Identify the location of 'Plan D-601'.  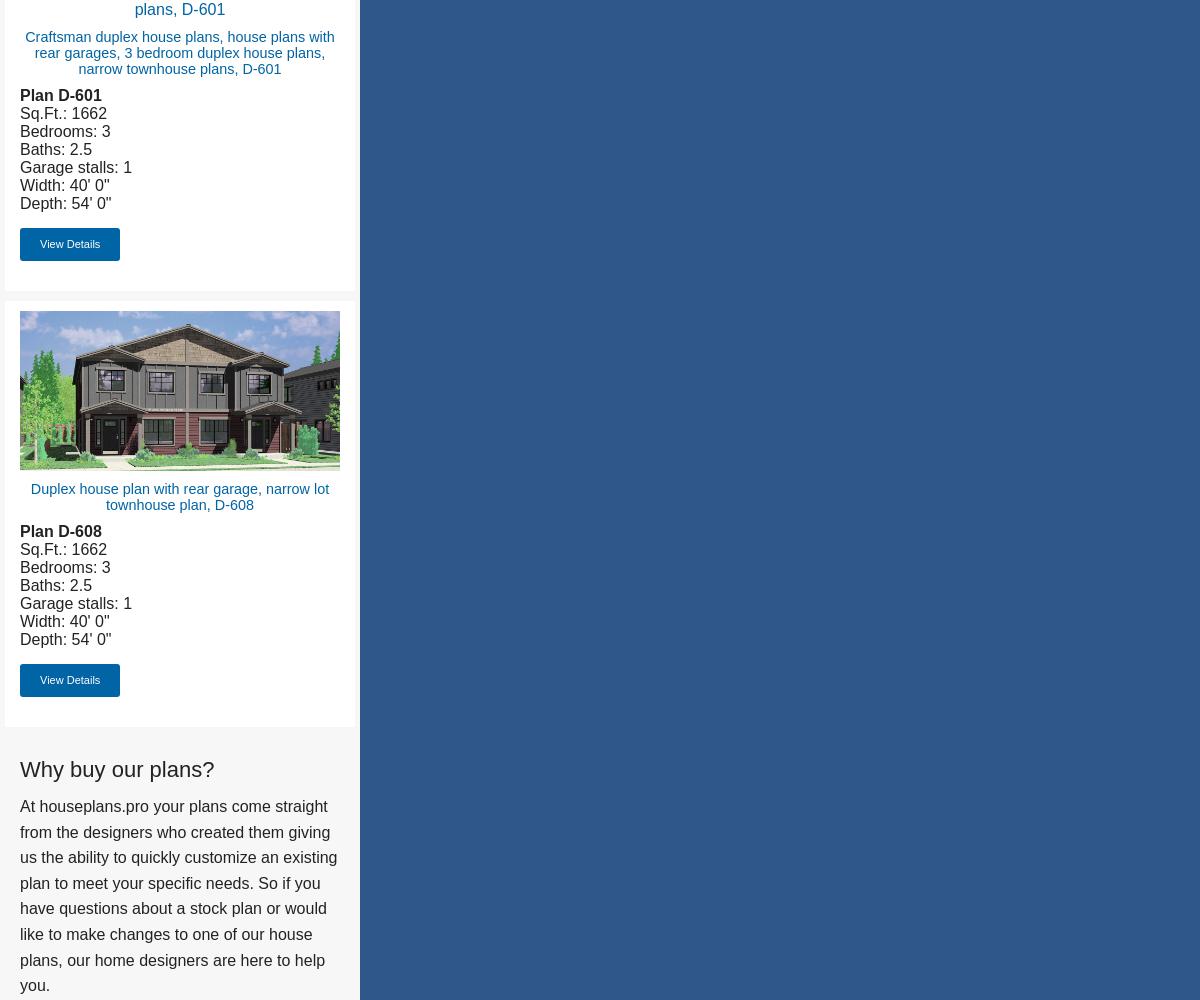
(20, 94).